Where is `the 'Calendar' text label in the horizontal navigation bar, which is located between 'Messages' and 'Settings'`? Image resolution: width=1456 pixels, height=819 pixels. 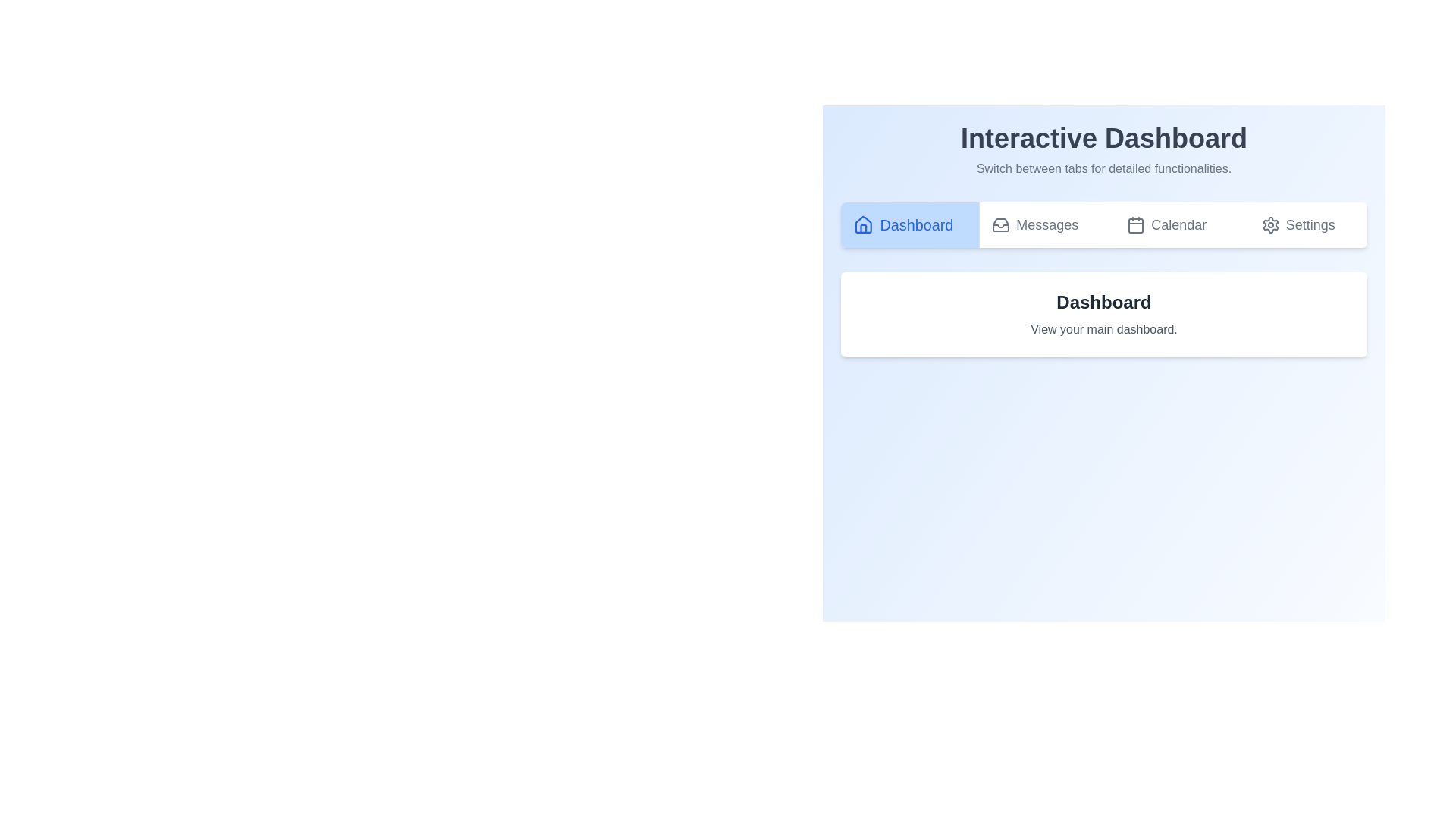 the 'Calendar' text label in the horizontal navigation bar, which is located between 'Messages' and 'Settings' is located at coordinates (1178, 225).